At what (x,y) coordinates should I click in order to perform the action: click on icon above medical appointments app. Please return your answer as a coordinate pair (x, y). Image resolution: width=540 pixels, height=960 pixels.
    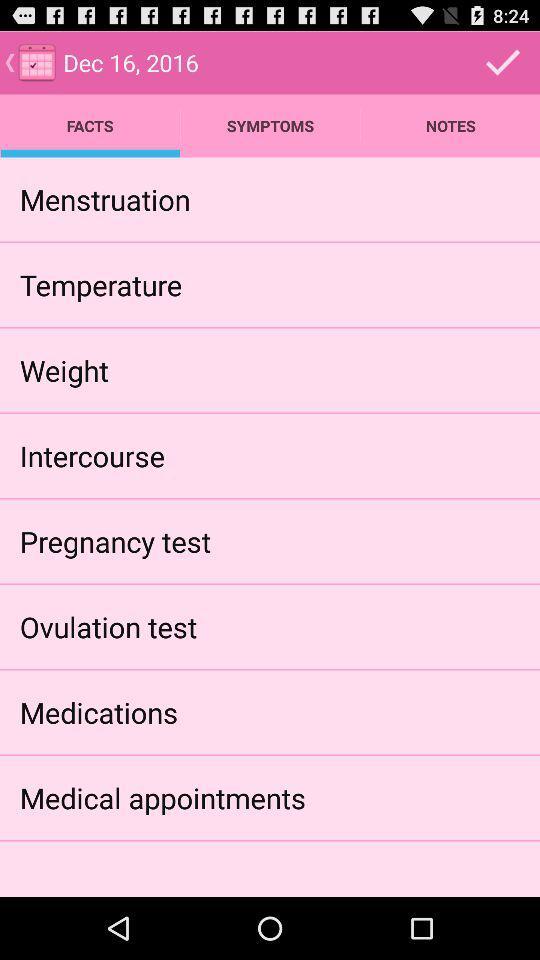
    Looking at the image, I should click on (97, 712).